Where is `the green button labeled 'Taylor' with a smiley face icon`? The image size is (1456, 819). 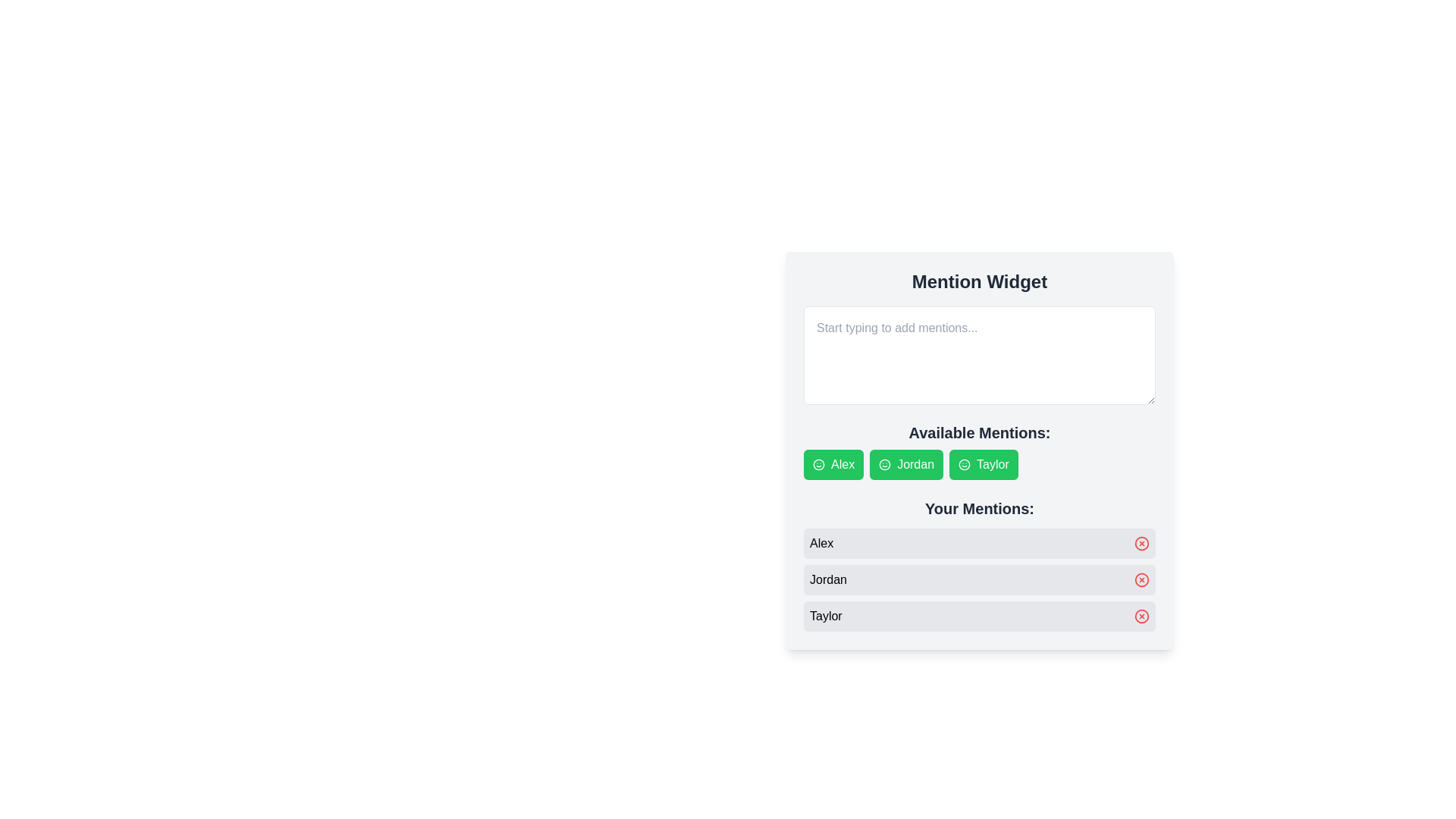
the green button labeled 'Taylor' with a smiley face icon is located at coordinates (979, 450).